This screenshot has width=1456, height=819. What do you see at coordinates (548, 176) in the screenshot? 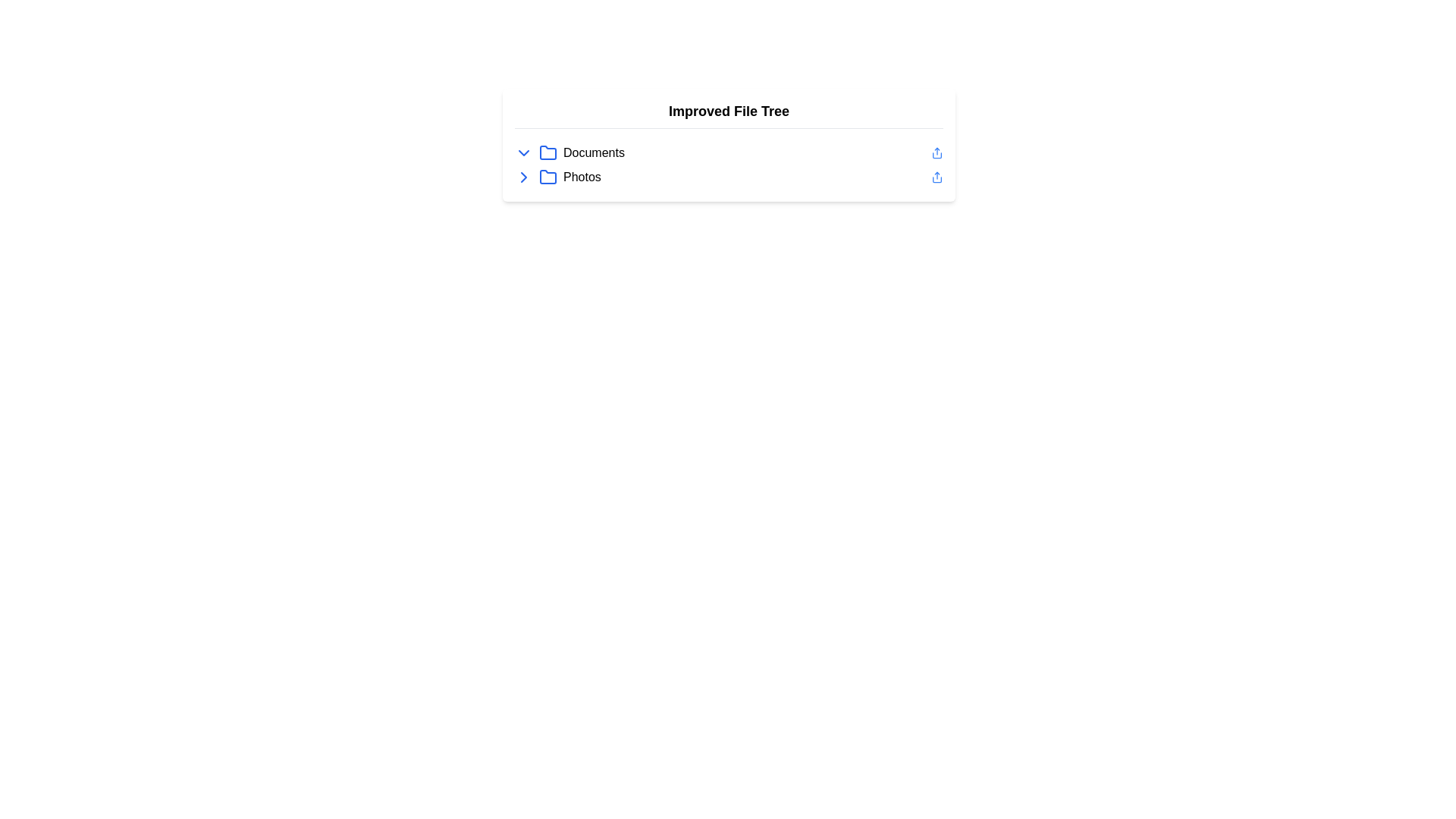
I see `the folder icon located immediately to the left of the 'Photos' text in the file tree structure` at bounding box center [548, 176].